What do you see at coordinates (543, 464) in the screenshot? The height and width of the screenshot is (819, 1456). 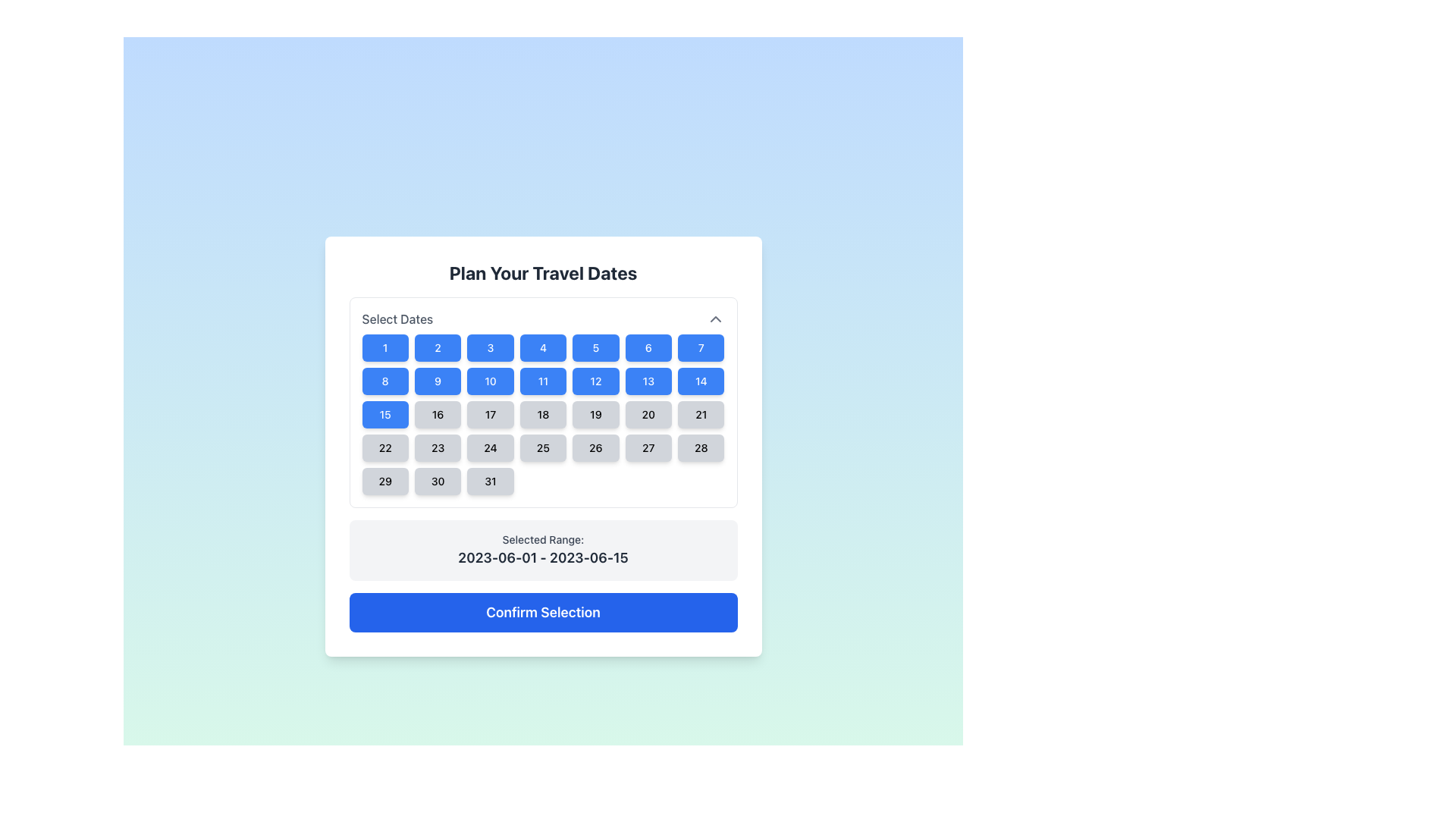 I see `a date in the Calendar picker located below the title 'Plan Your Travel Dates' and above the 'Confirm Selection' button` at bounding box center [543, 464].